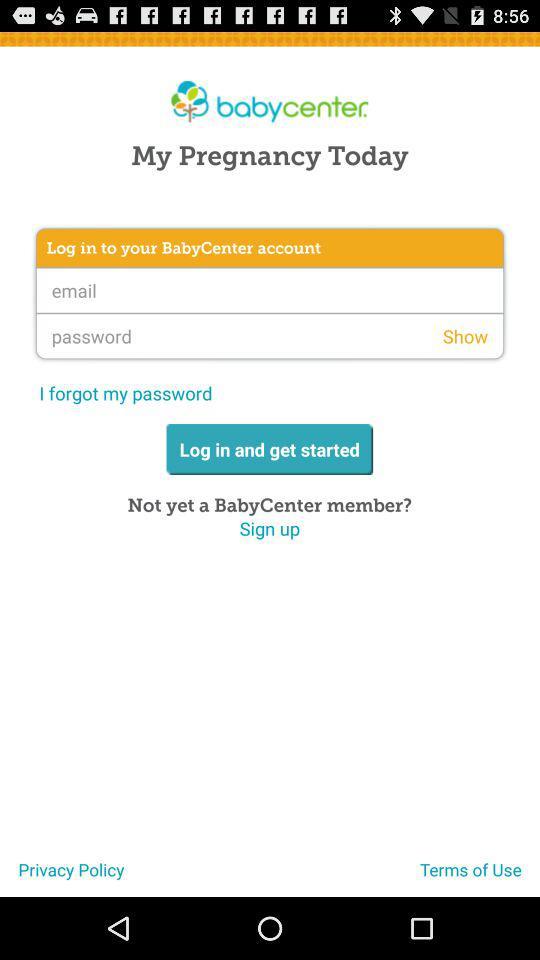  What do you see at coordinates (479, 876) in the screenshot?
I see `the app at the bottom right corner` at bounding box center [479, 876].